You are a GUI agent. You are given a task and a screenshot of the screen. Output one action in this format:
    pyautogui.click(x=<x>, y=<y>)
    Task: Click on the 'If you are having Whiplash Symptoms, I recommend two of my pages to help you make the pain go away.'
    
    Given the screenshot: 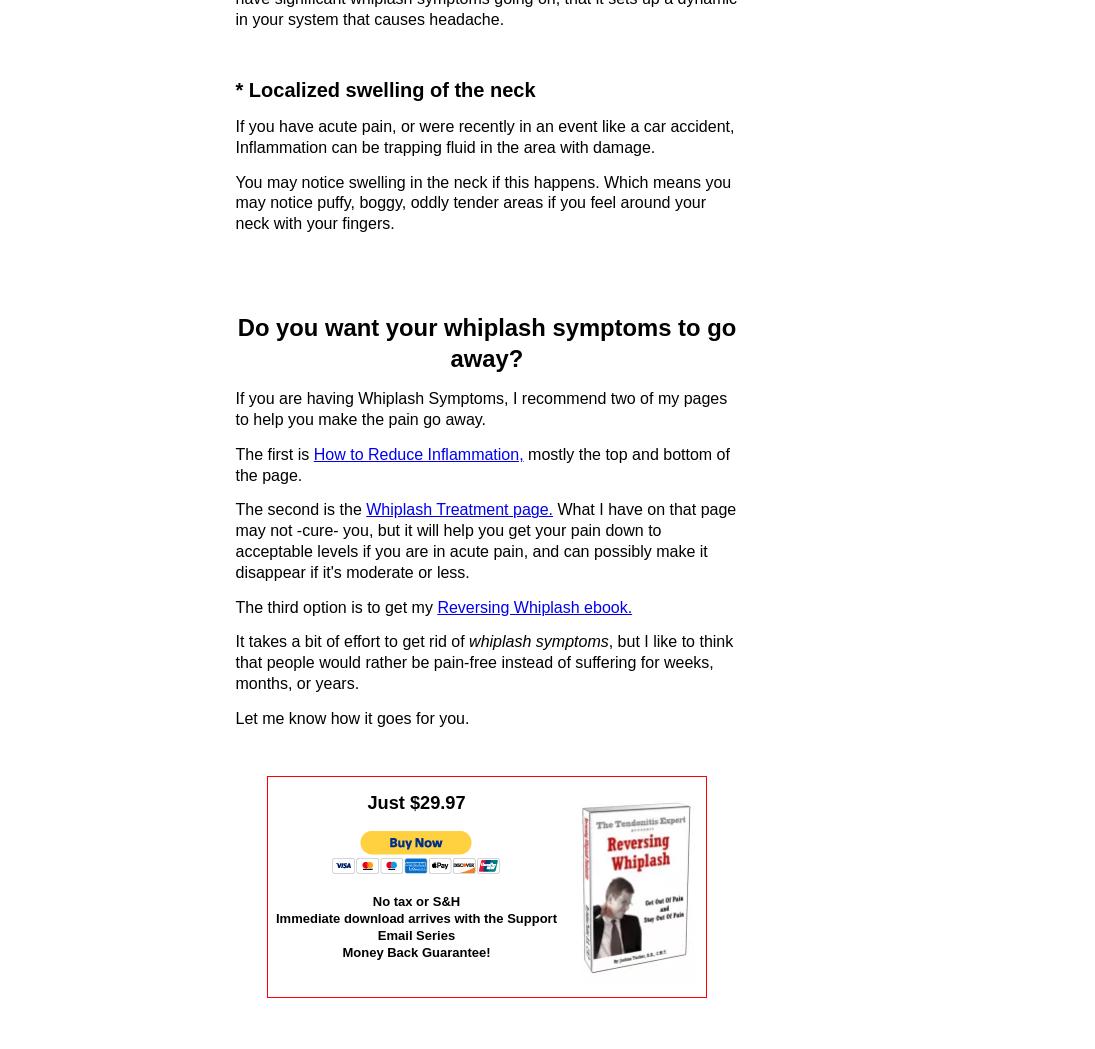 What is the action you would take?
    pyautogui.click(x=480, y=408)
    